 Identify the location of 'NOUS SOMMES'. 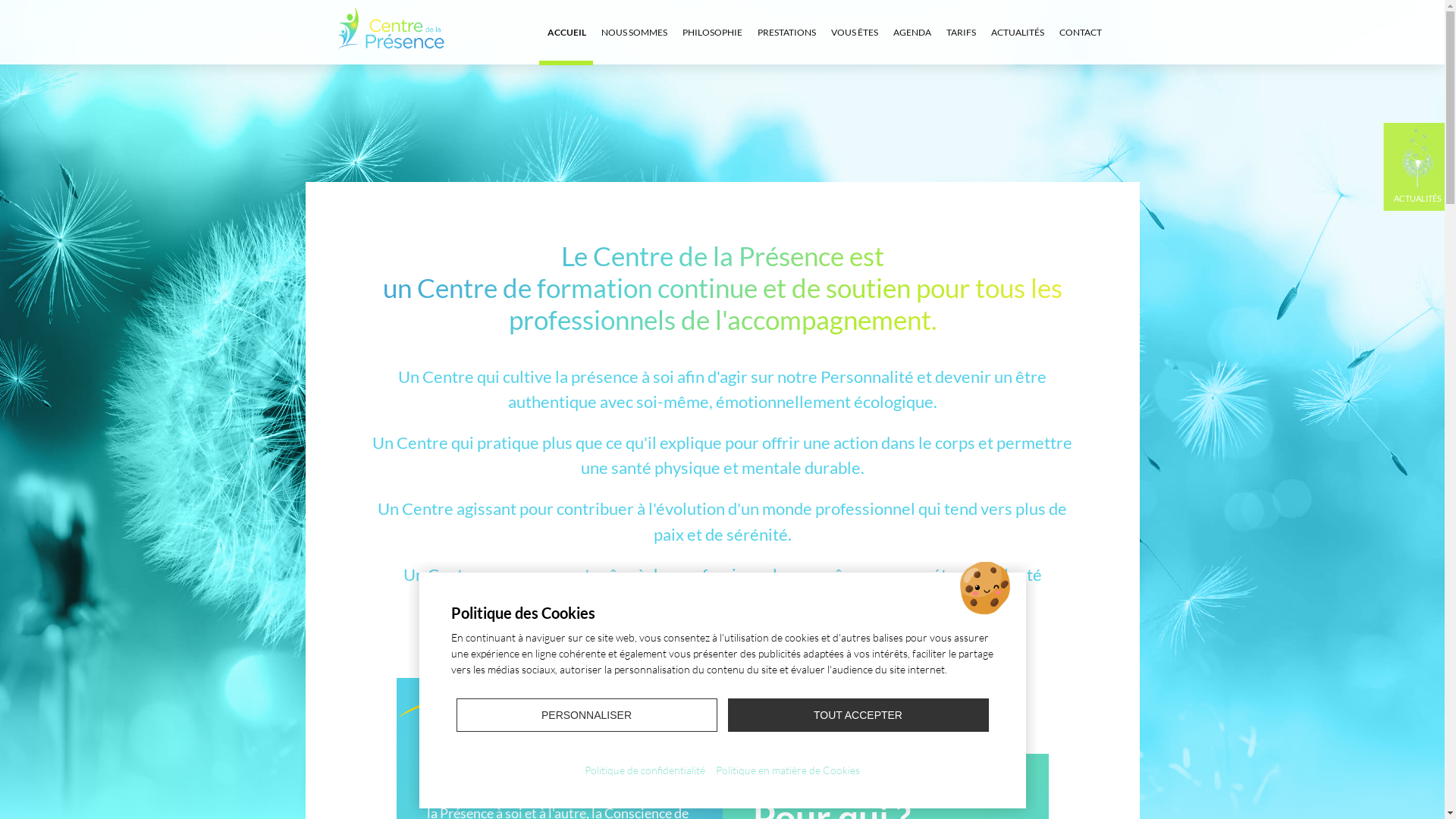
(633, 32).